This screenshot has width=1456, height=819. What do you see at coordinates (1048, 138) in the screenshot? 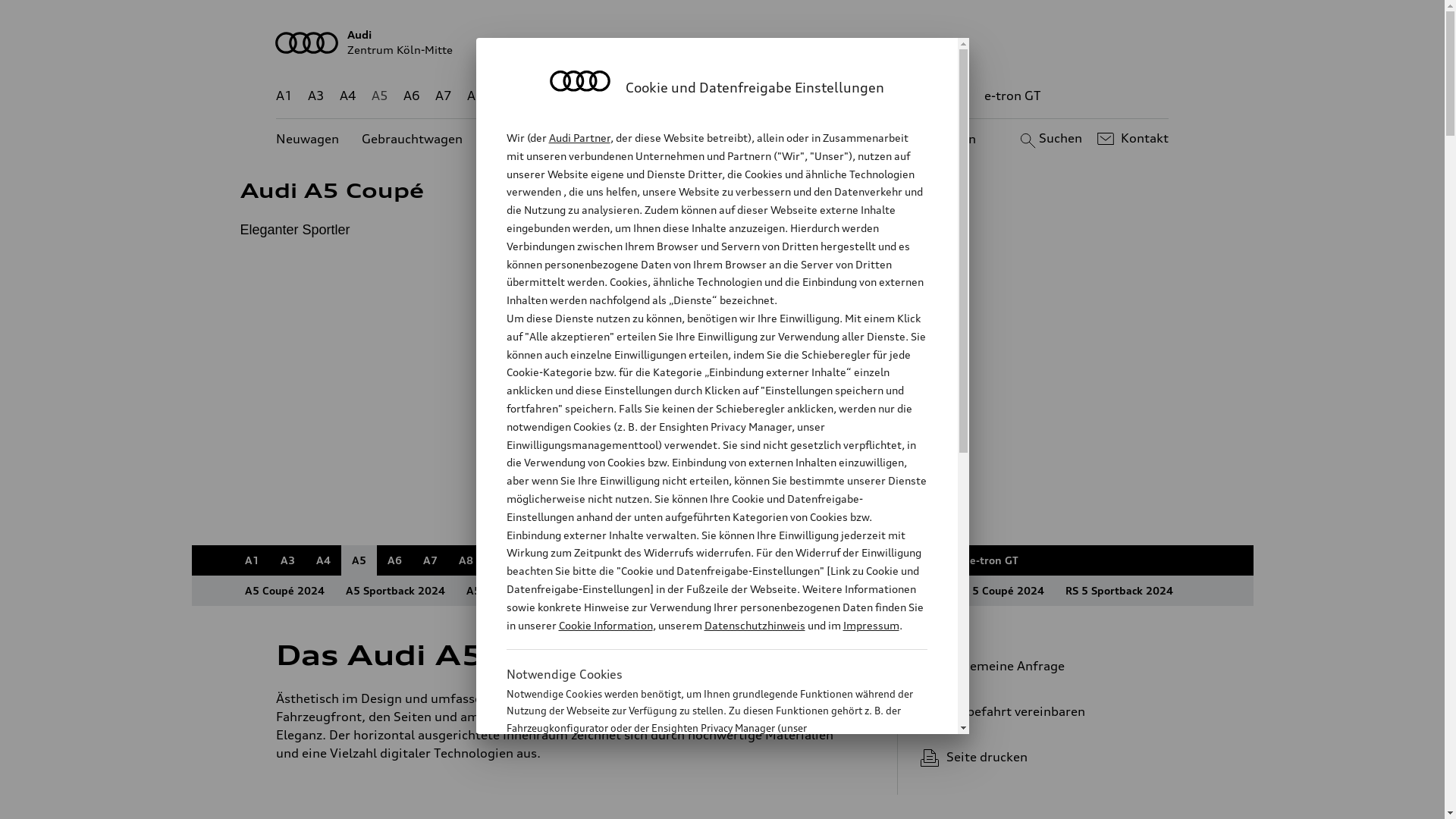
I see `'Suchen'` at bounding box center [1048, 138].